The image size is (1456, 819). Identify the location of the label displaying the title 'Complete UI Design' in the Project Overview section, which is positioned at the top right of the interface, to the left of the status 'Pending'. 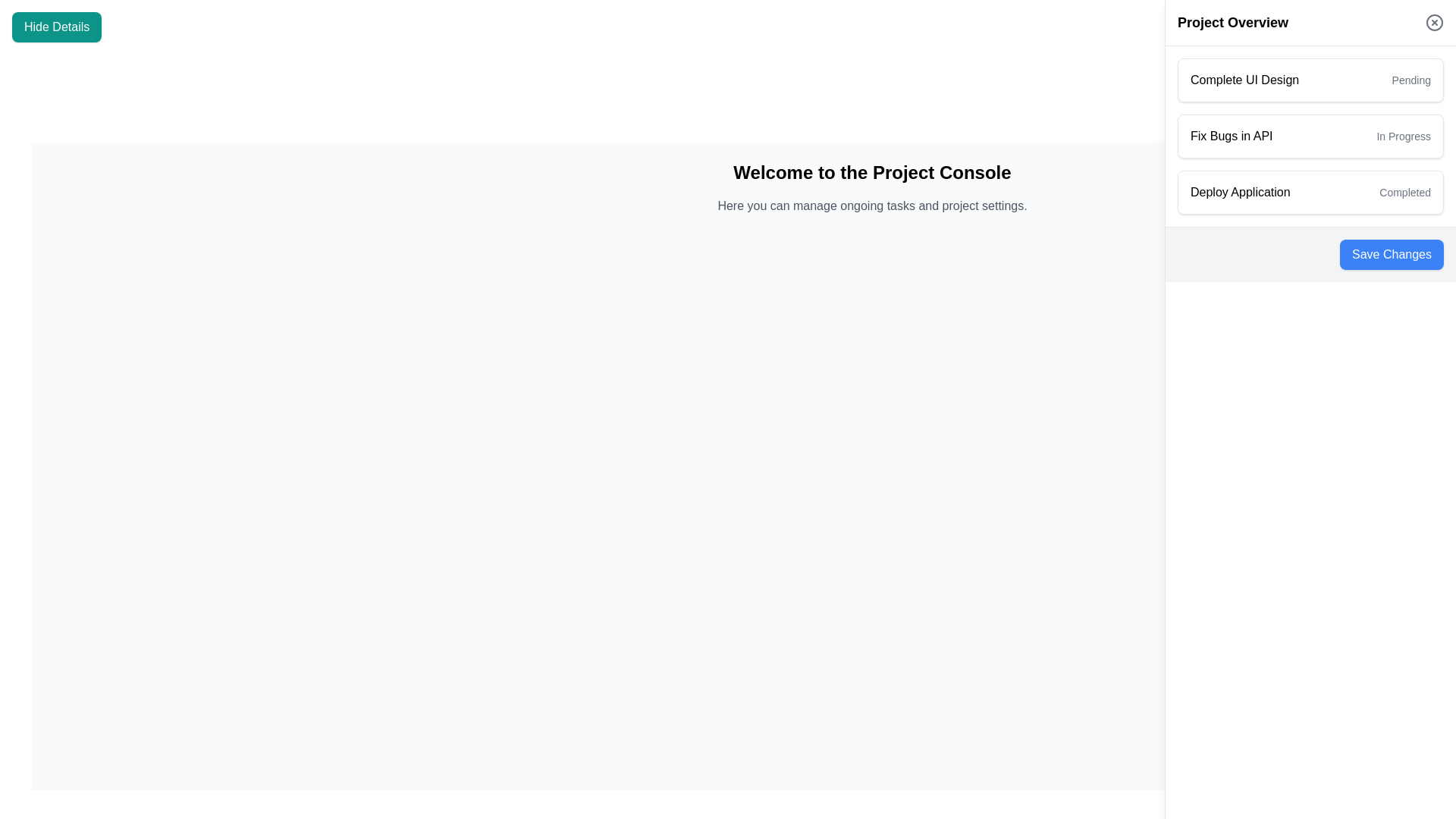
(1244, 80).